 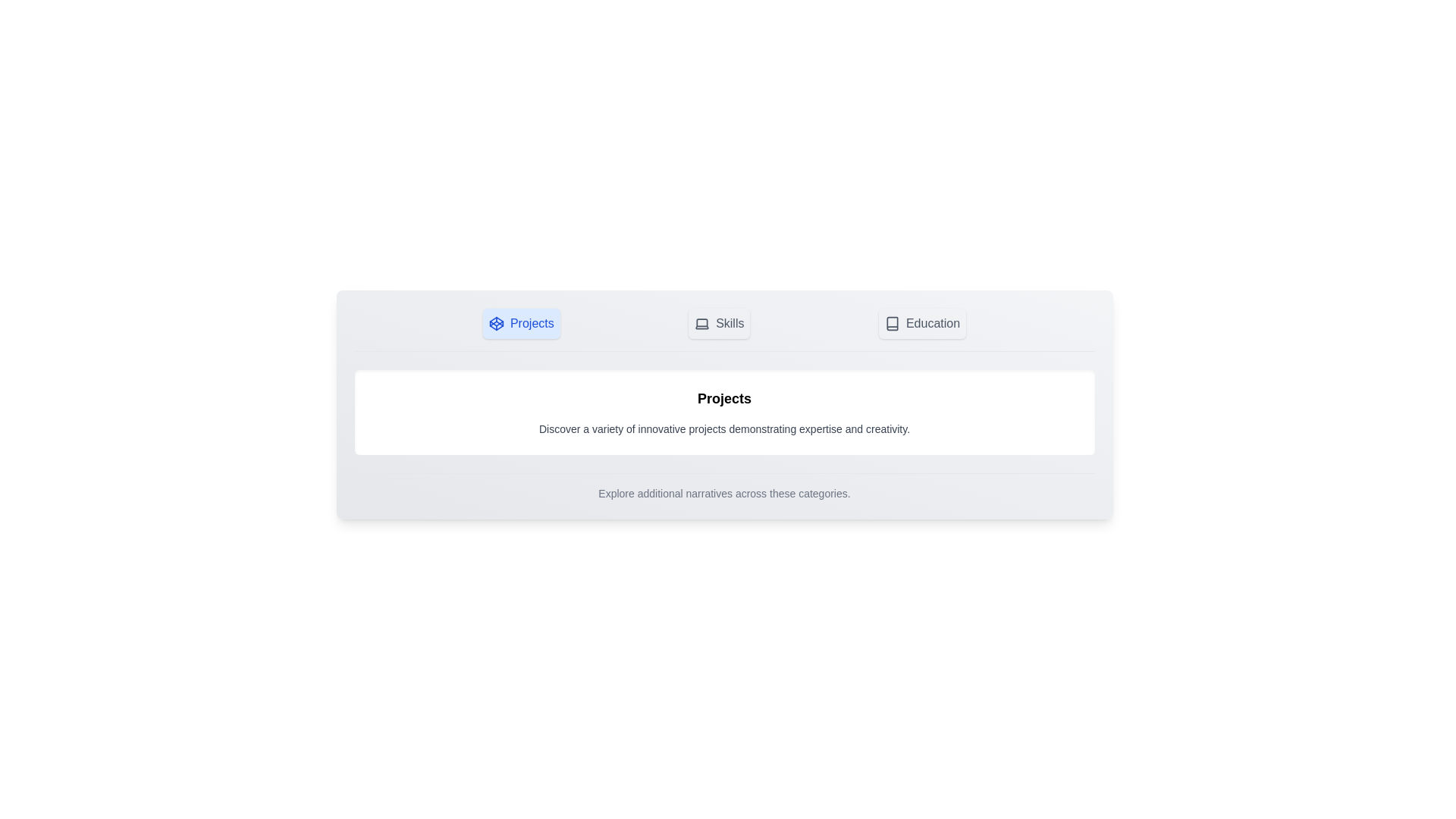 What do you see at coordinates (892, 323) in the screenshot?
I see `the educational icon embedded within the SVG navigation bar` at bounding box center [892, 323].